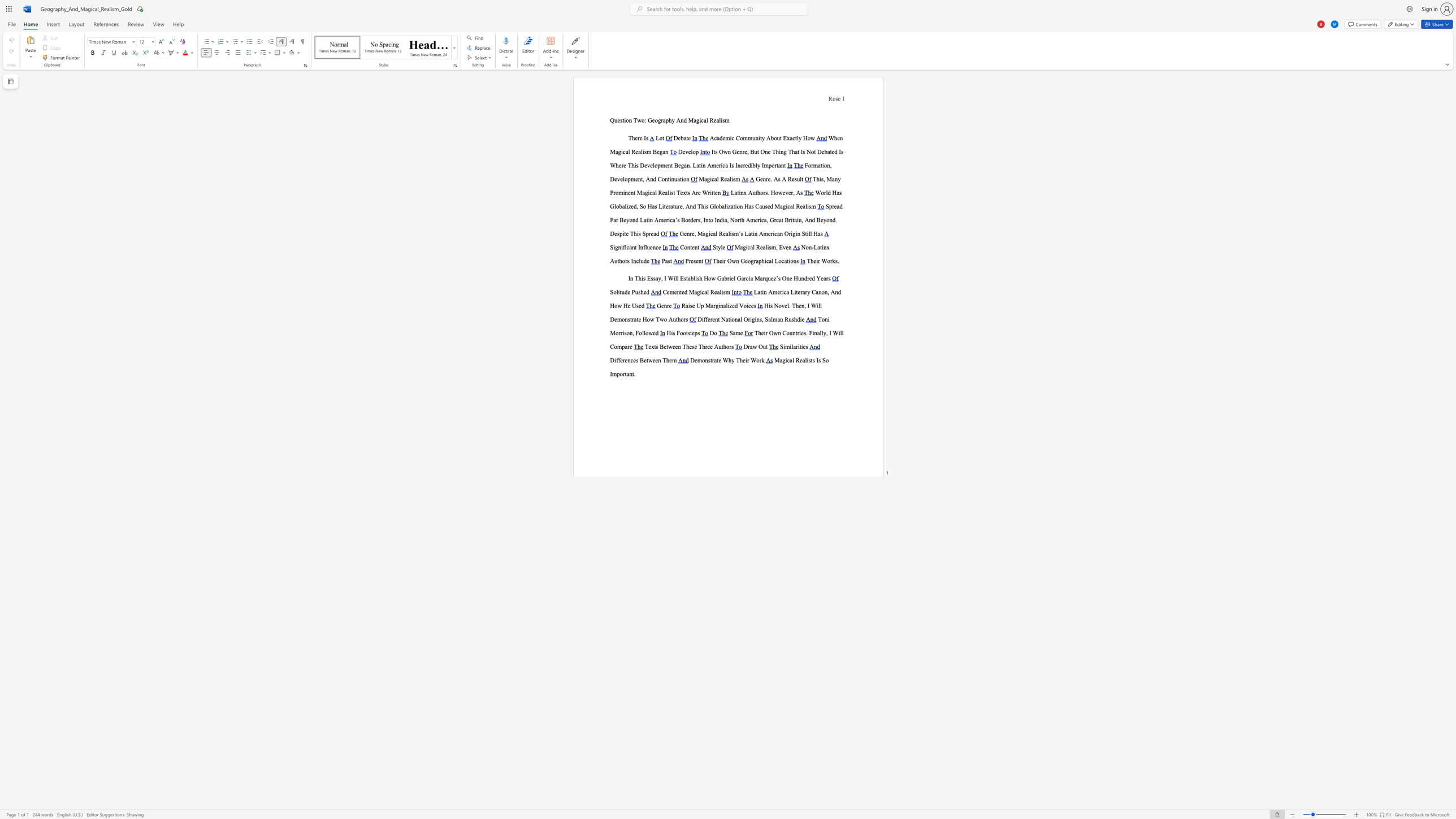 The width and height of the screenshot is (1456, 819). Describe the element at coordinates (764, 278) in the screenshot. I see `the subset text "quez’s One Hundred Years" within the text "In This Essay, I Will Establish How Gabriel Garcia Marquez’s One Hundred Years"` at that location.